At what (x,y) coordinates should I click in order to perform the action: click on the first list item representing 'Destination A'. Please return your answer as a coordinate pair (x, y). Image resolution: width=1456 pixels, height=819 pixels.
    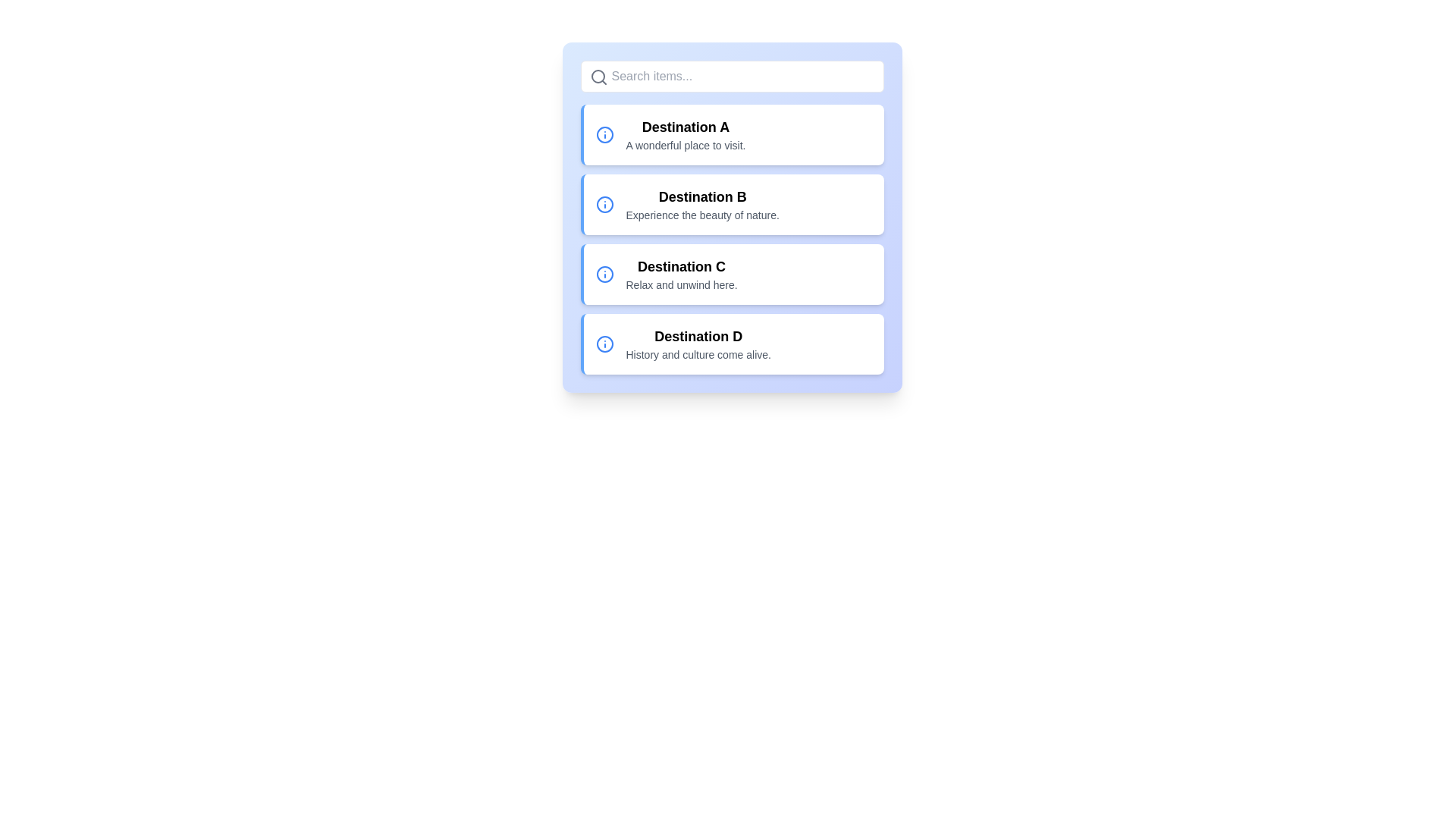
    Looking at the image, I should click on (732, 133).